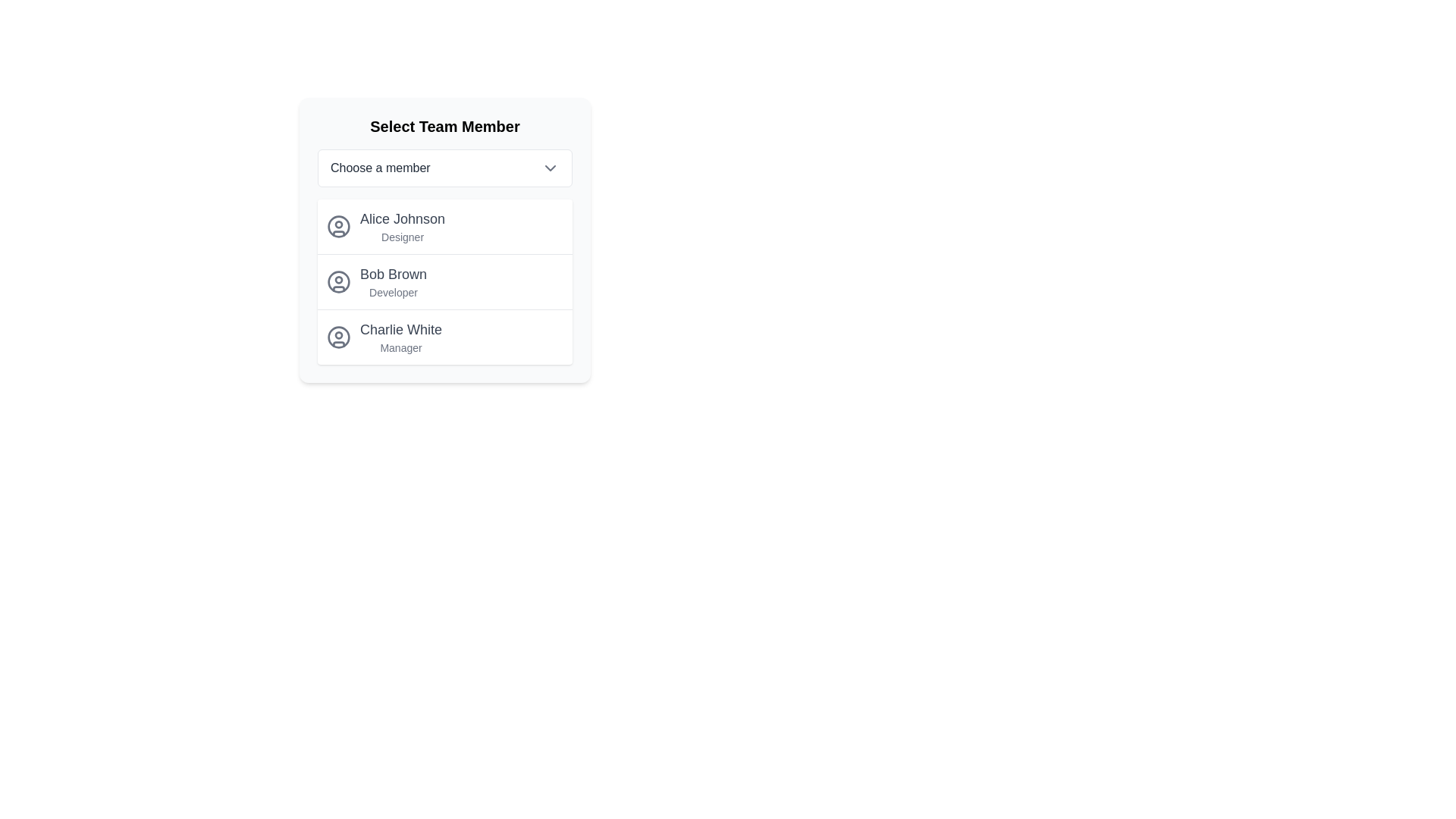 The height and width of the screenshot is (819, 1456). Describe the element at coordinates (403, 227) in the screenshot. I see `the first list item that represents 'Alice Johnson, Designer'` at that location.